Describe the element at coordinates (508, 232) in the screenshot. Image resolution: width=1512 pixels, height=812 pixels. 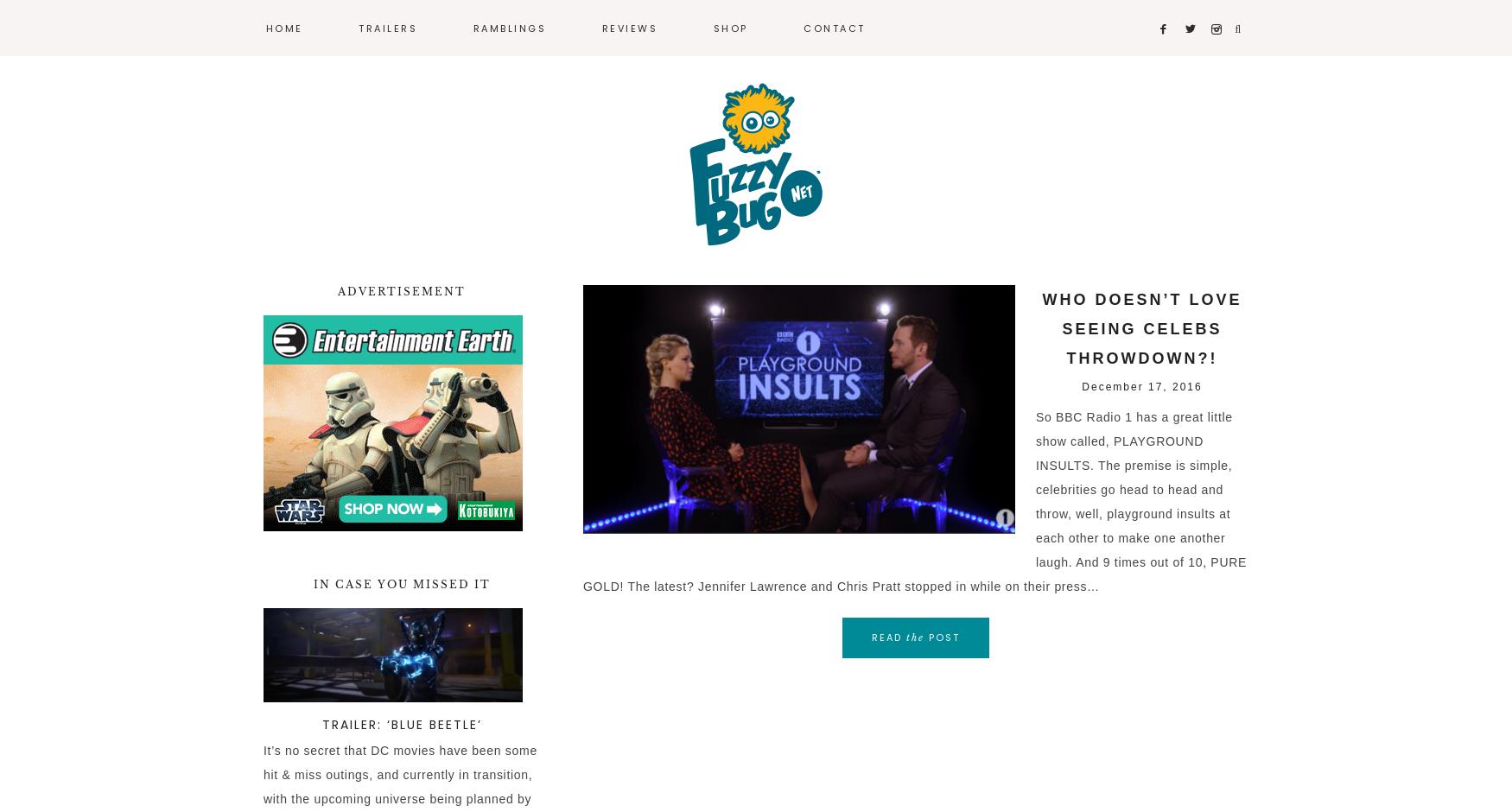
I see `'Video Games'` at that location.